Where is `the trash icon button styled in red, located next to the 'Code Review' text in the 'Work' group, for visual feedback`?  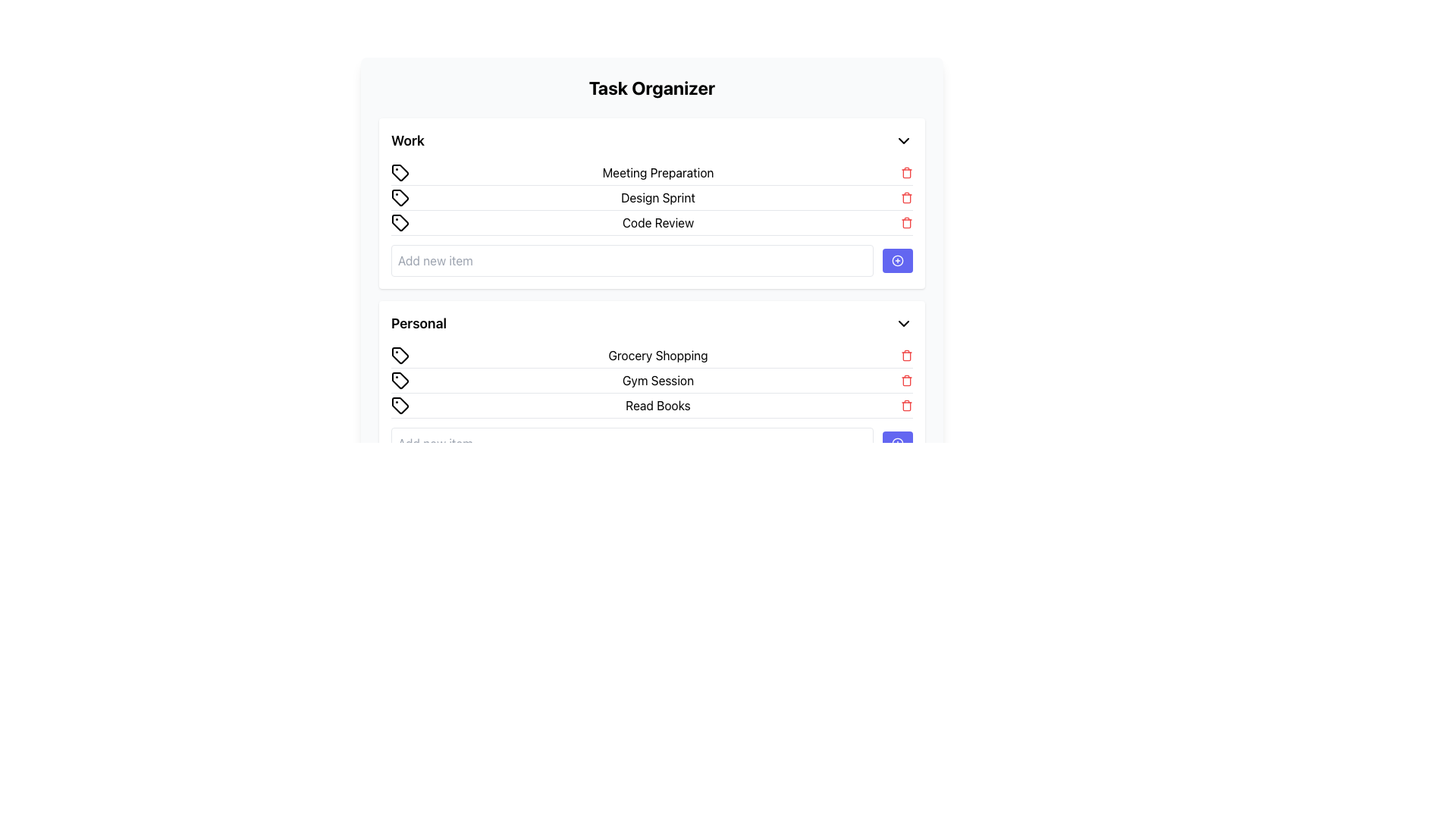 the trash icon button styled in red, located next to the 'Code Review' text in the 'Work' group, for visual feedback is located at coordinates (906, 222).